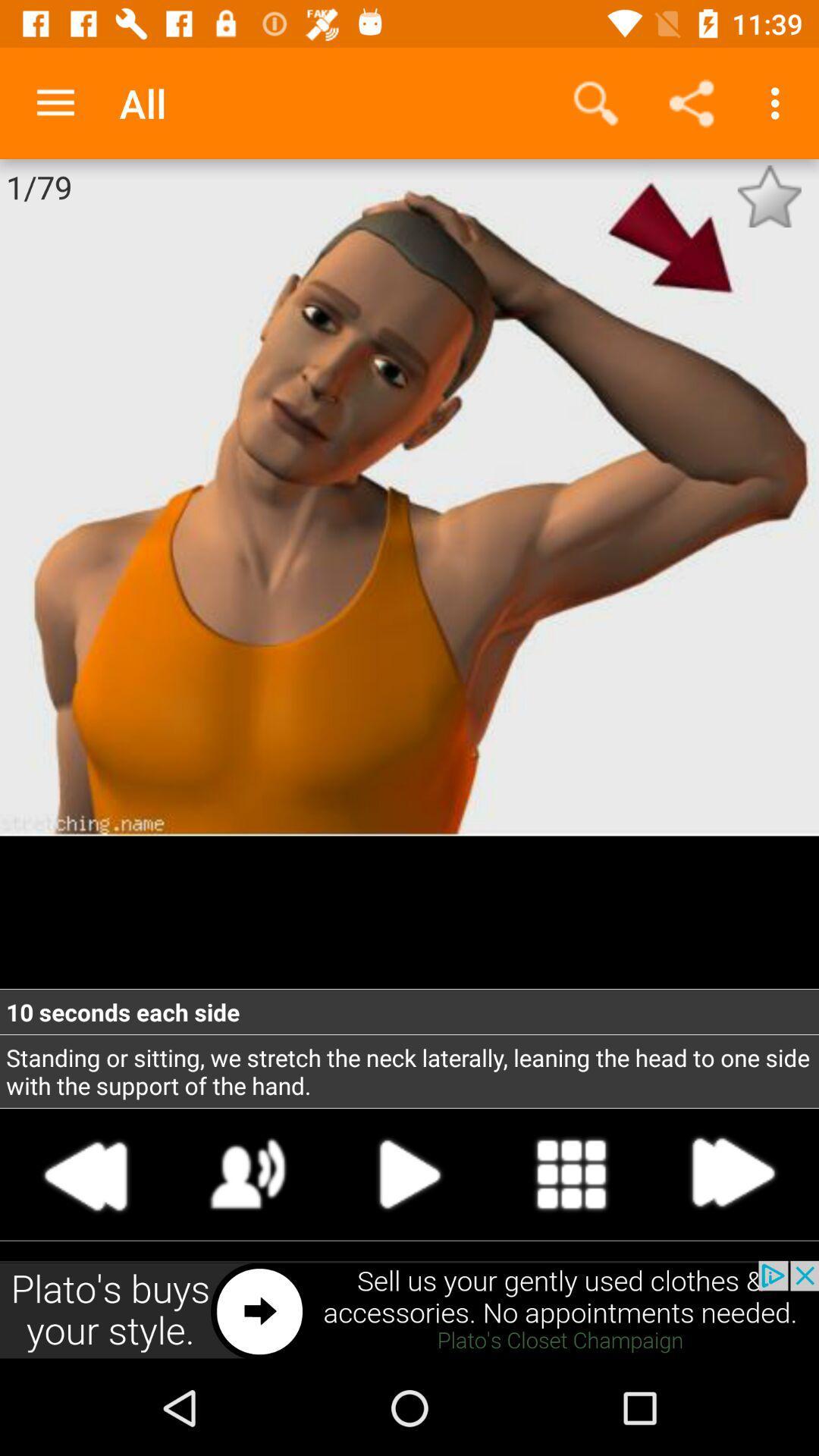 This screenshot has height=1456, width=819. Describe the element at coordinates (86, 1173) in the screenshot. I see `go back` at that location.